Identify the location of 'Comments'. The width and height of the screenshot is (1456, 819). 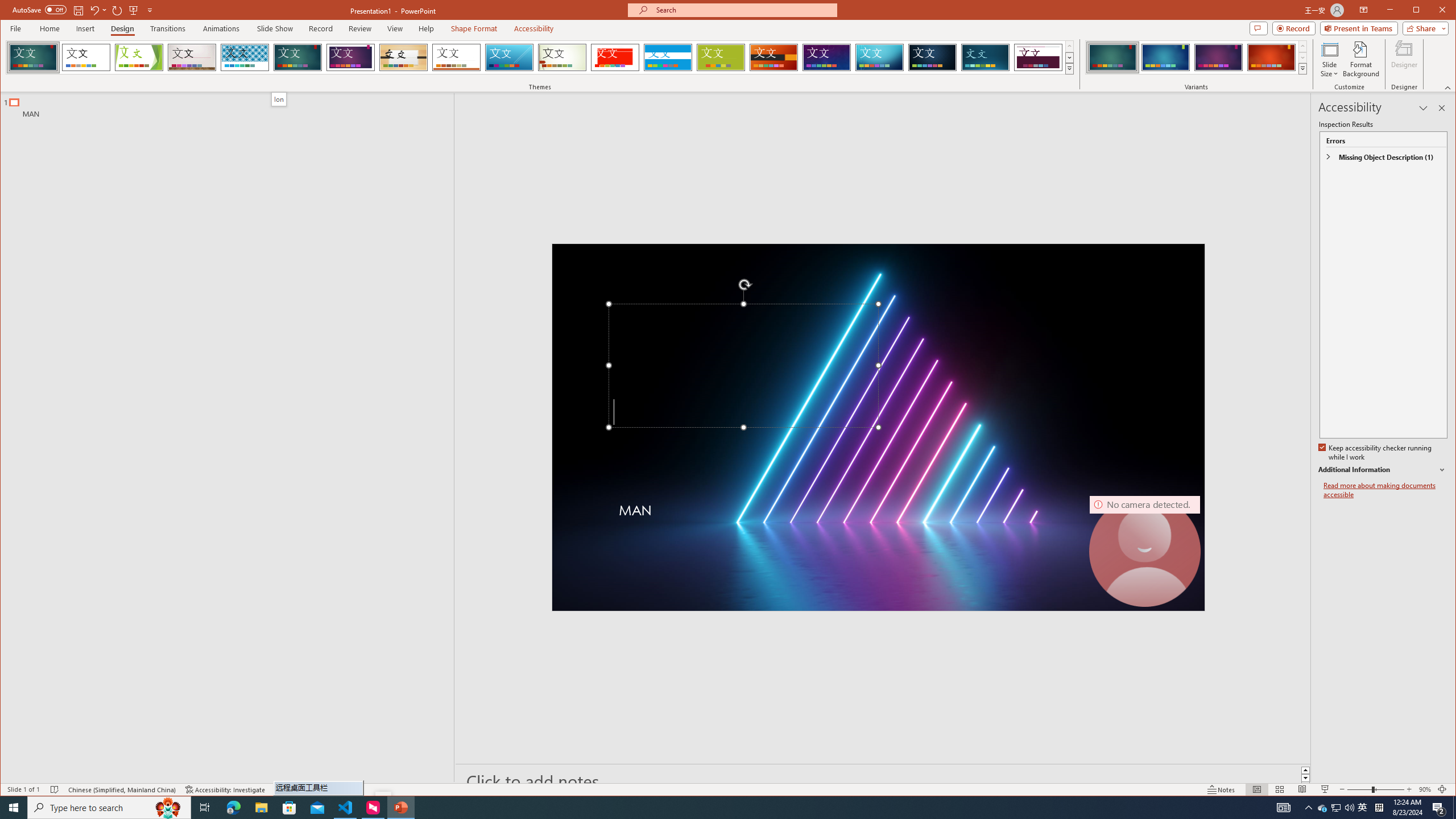
(1259, 28).